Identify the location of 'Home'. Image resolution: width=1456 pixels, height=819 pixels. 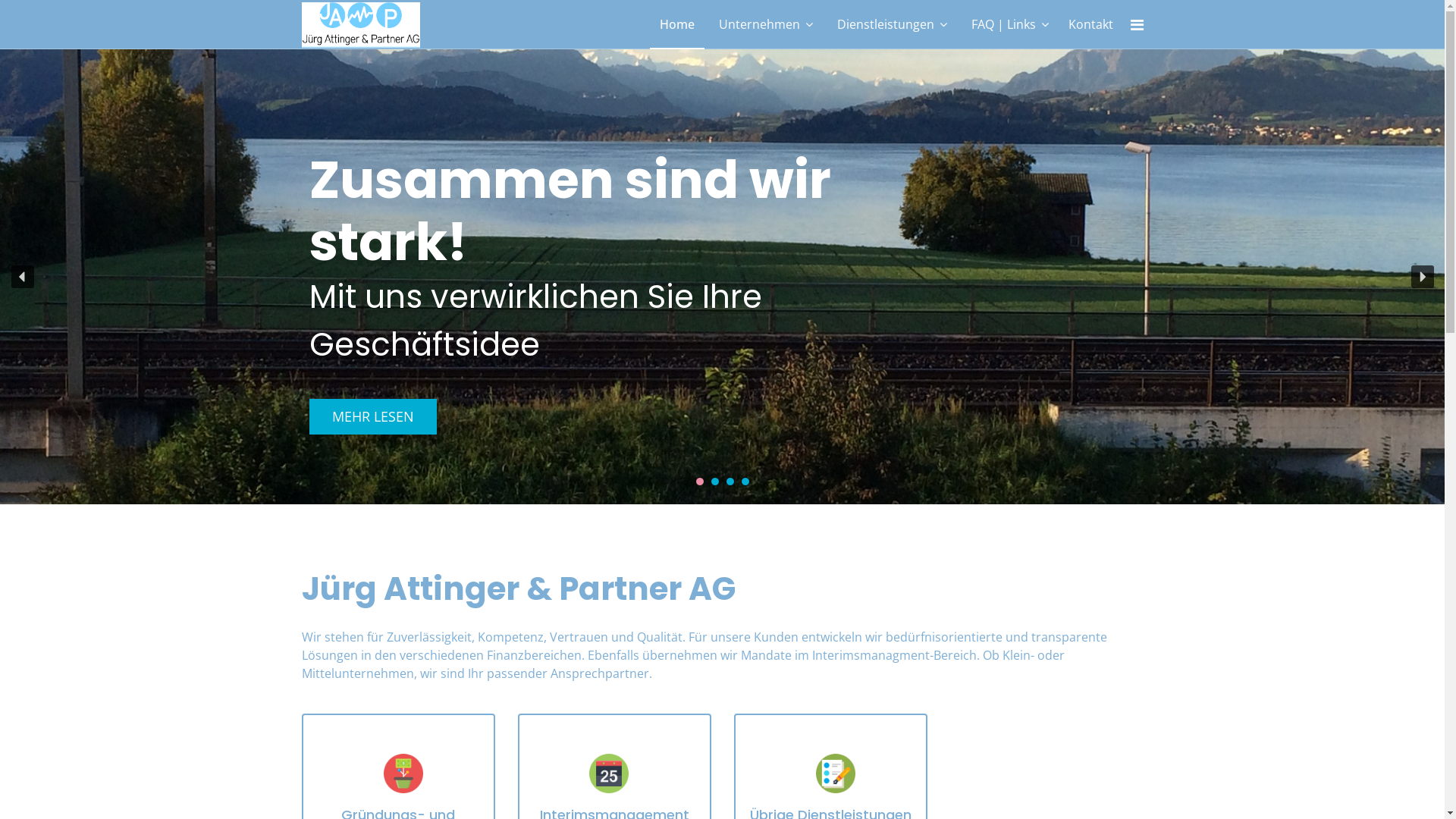
(676, 24).